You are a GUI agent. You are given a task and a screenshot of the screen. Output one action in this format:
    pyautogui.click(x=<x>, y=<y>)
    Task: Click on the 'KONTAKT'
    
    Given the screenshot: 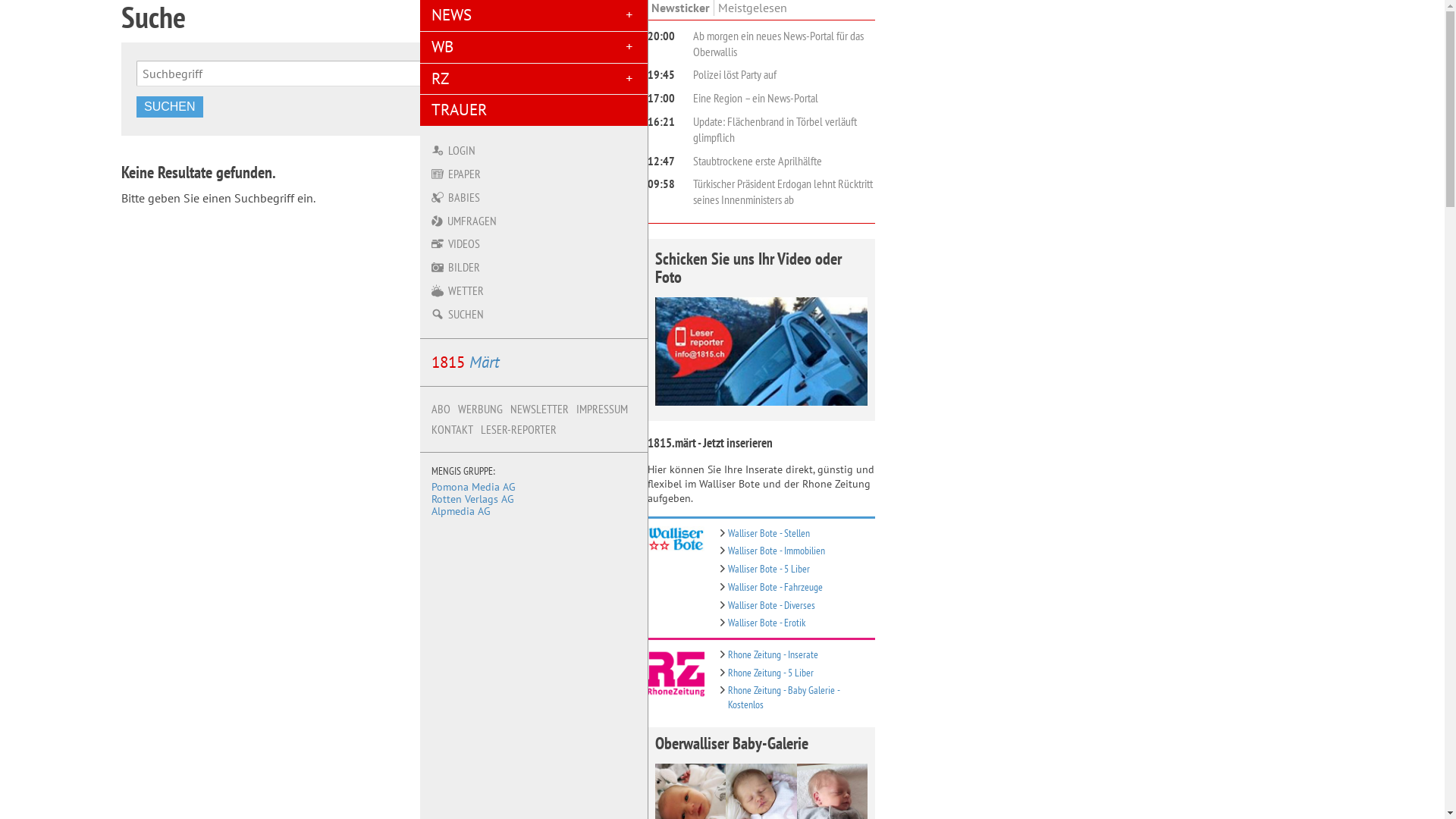 What is the action you would take?
    pyautogui.click(x=451, y=429)
    